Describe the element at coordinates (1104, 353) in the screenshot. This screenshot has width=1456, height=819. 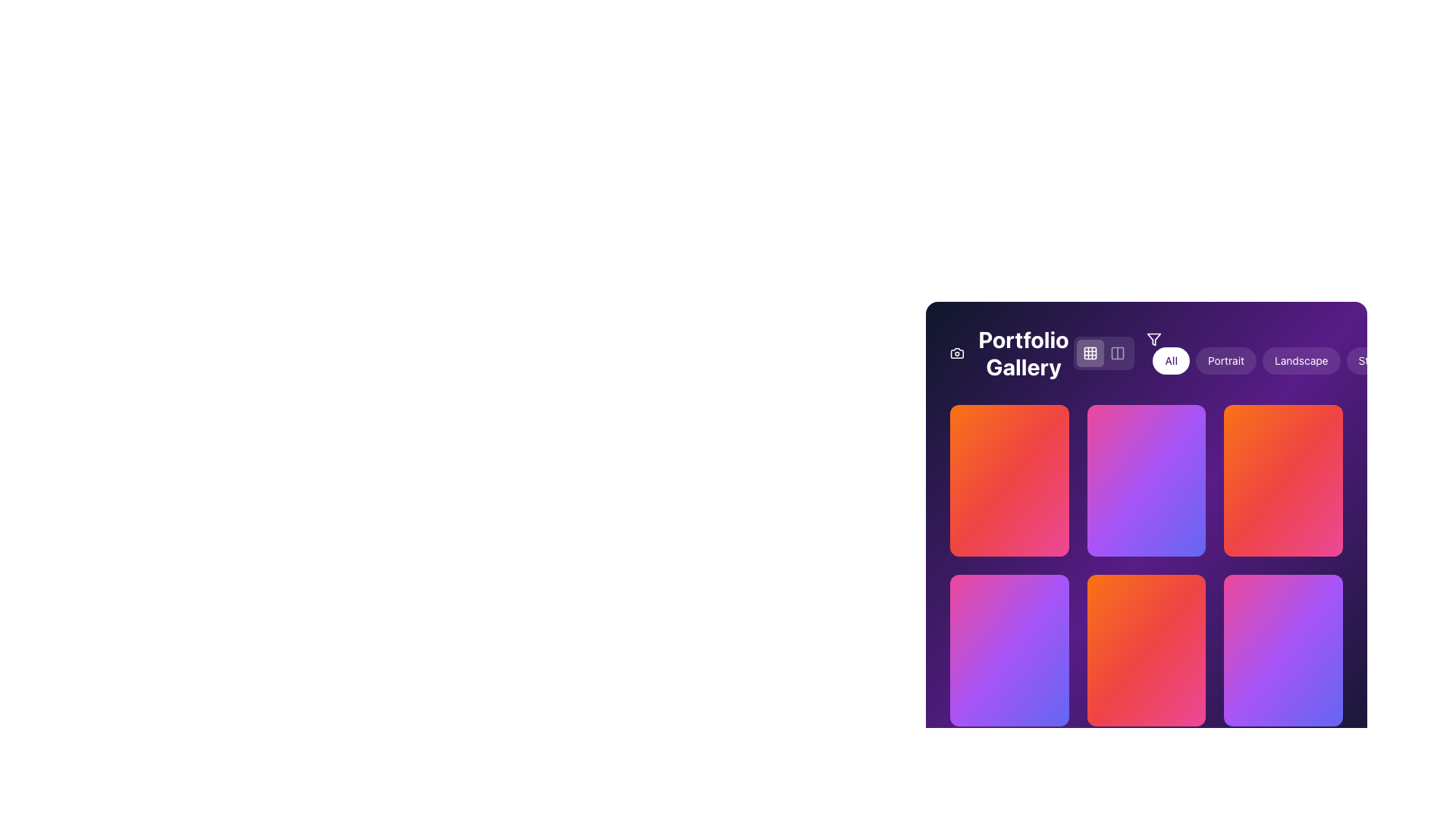
I see `the rectangular interactive button with a grid-like icon, styled with a purple background and located near the top-center of the interface, for potential tooltip display` at that location.